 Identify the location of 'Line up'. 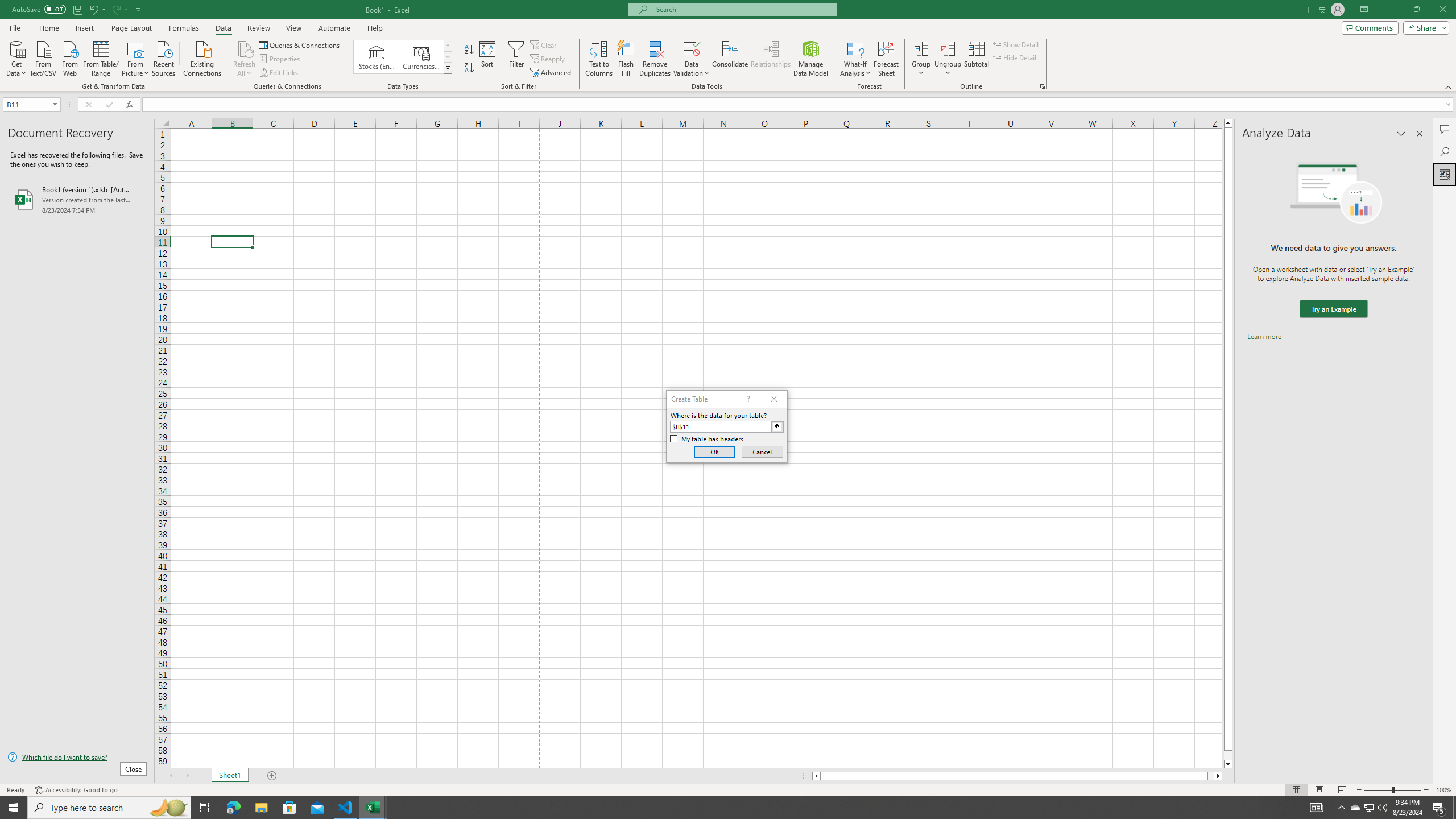
(1228, 122).